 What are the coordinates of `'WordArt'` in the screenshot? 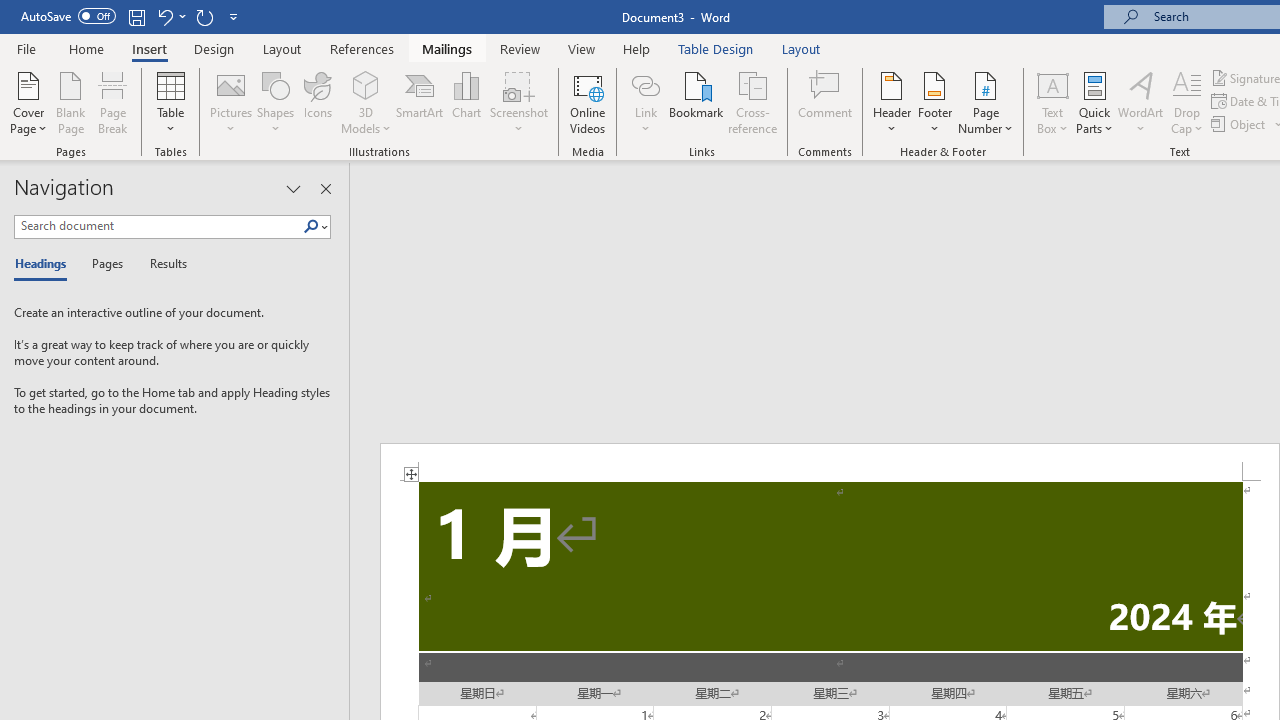 It's located at (1141, 103).